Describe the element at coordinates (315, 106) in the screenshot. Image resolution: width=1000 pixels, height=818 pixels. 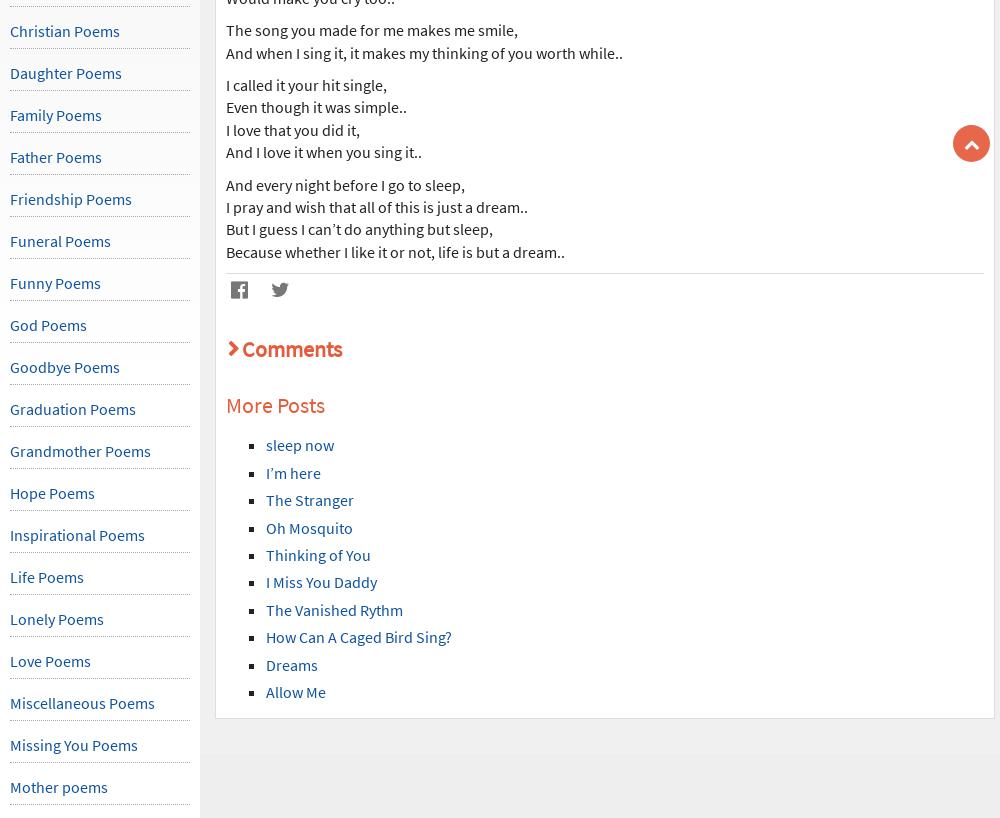
I see `'Even though it was simple..'` at that location.